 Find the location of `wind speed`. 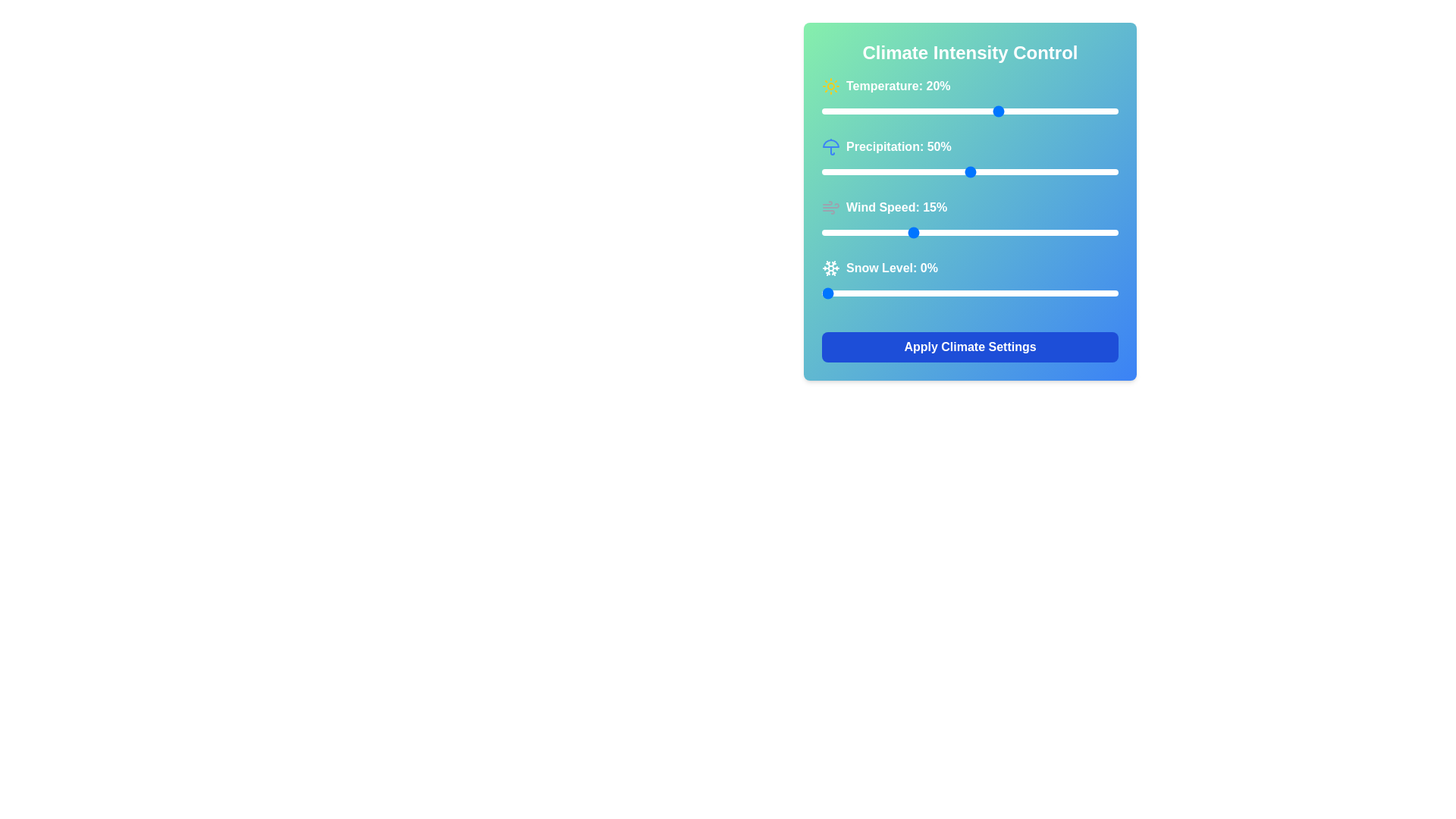

wind speed is located at coordinates (1040, 233).